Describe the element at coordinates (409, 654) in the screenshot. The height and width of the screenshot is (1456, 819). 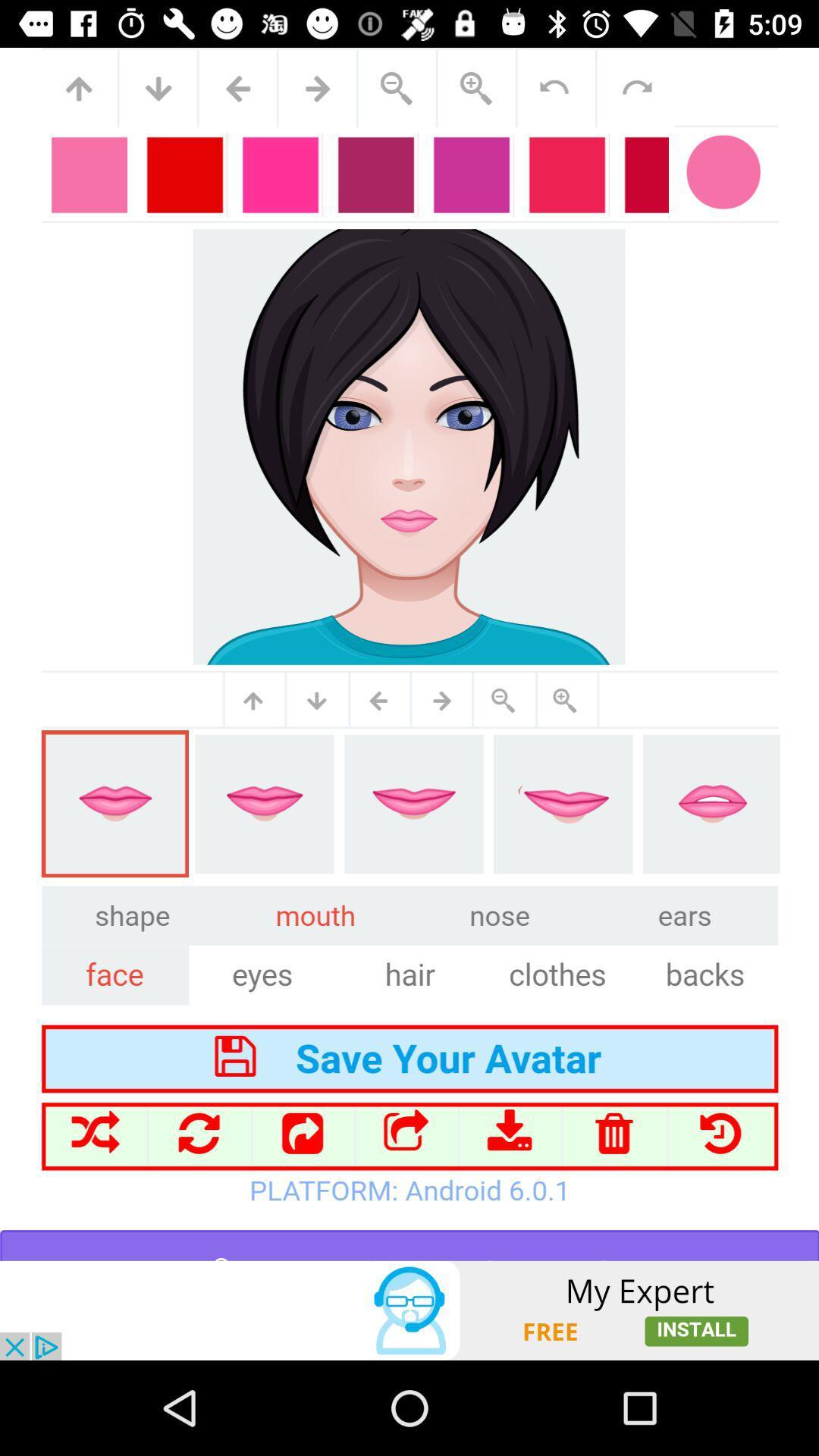
I see `mouth shape` at that location.